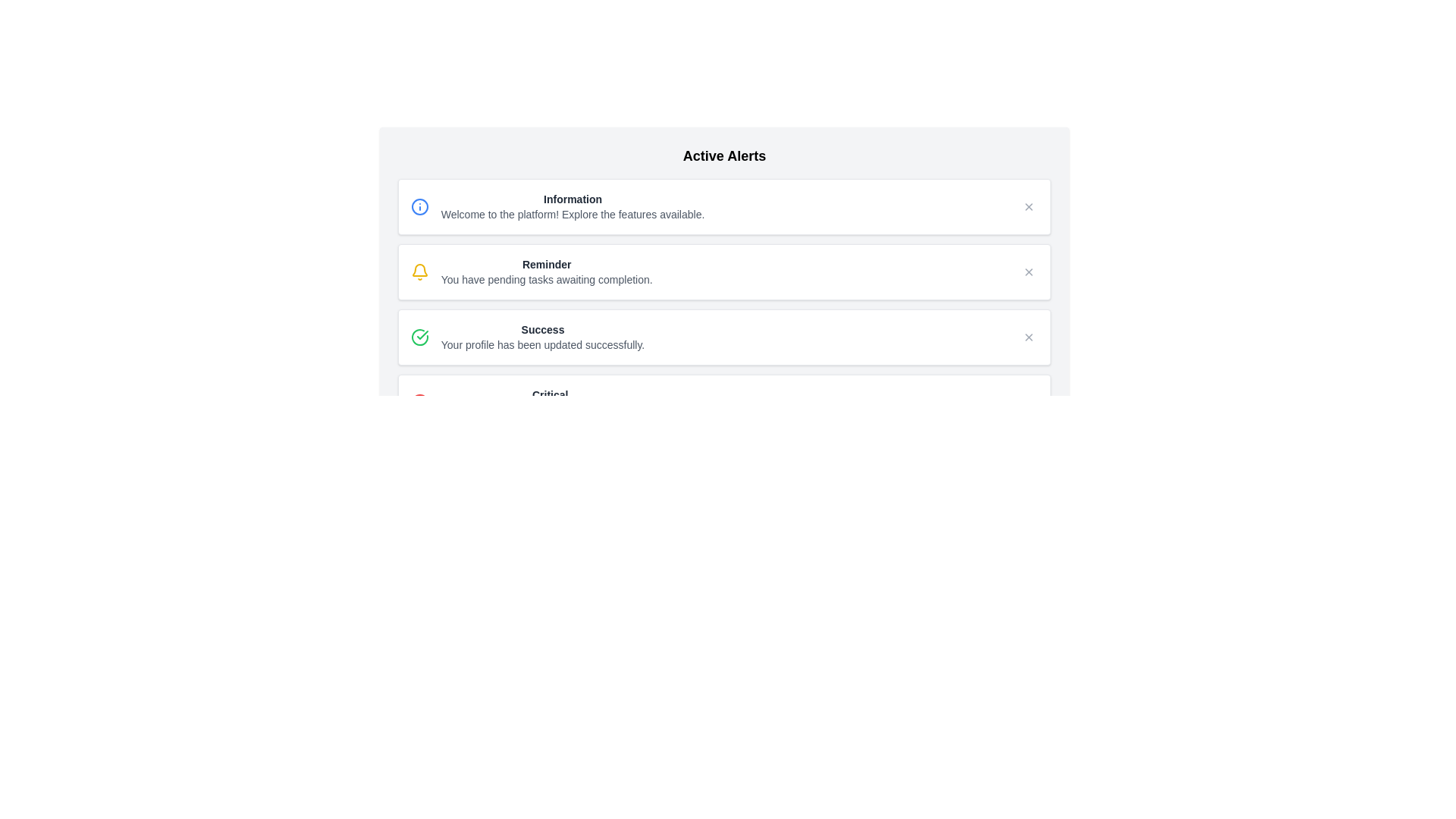  Describe the element at coordinates (549, 394) in the screenshot. I see `the static text label that displays the word 'Critical', which is bold and distinct, located at the top of the section that prompts users to verify their email` at that location.